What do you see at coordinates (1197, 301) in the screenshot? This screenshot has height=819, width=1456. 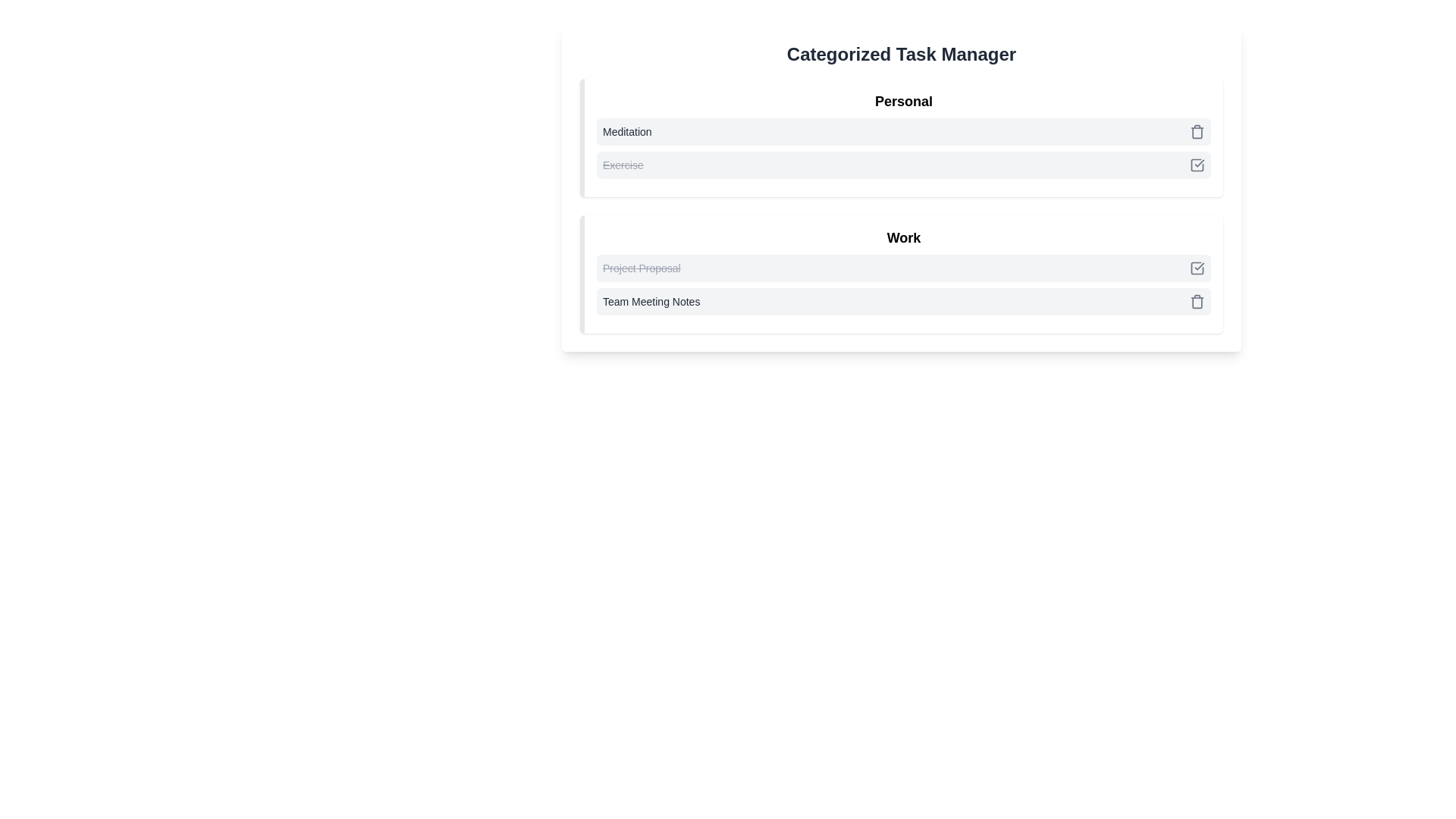 I see `the trashcan icon button located at the far right of the 'Team Meeting Notes' item` at bounding box center [1197, 301].